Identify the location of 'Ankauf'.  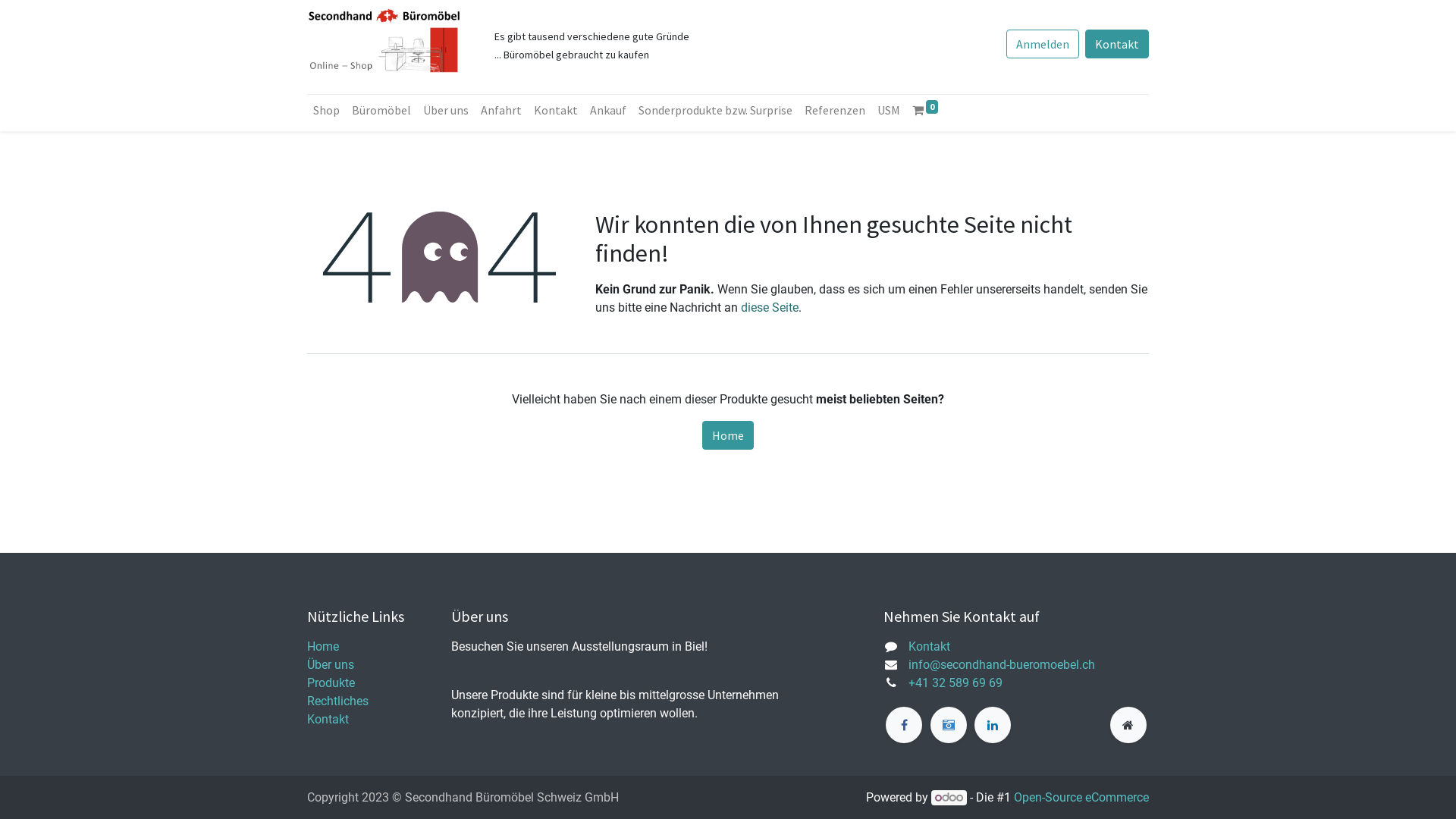
(607, 109).